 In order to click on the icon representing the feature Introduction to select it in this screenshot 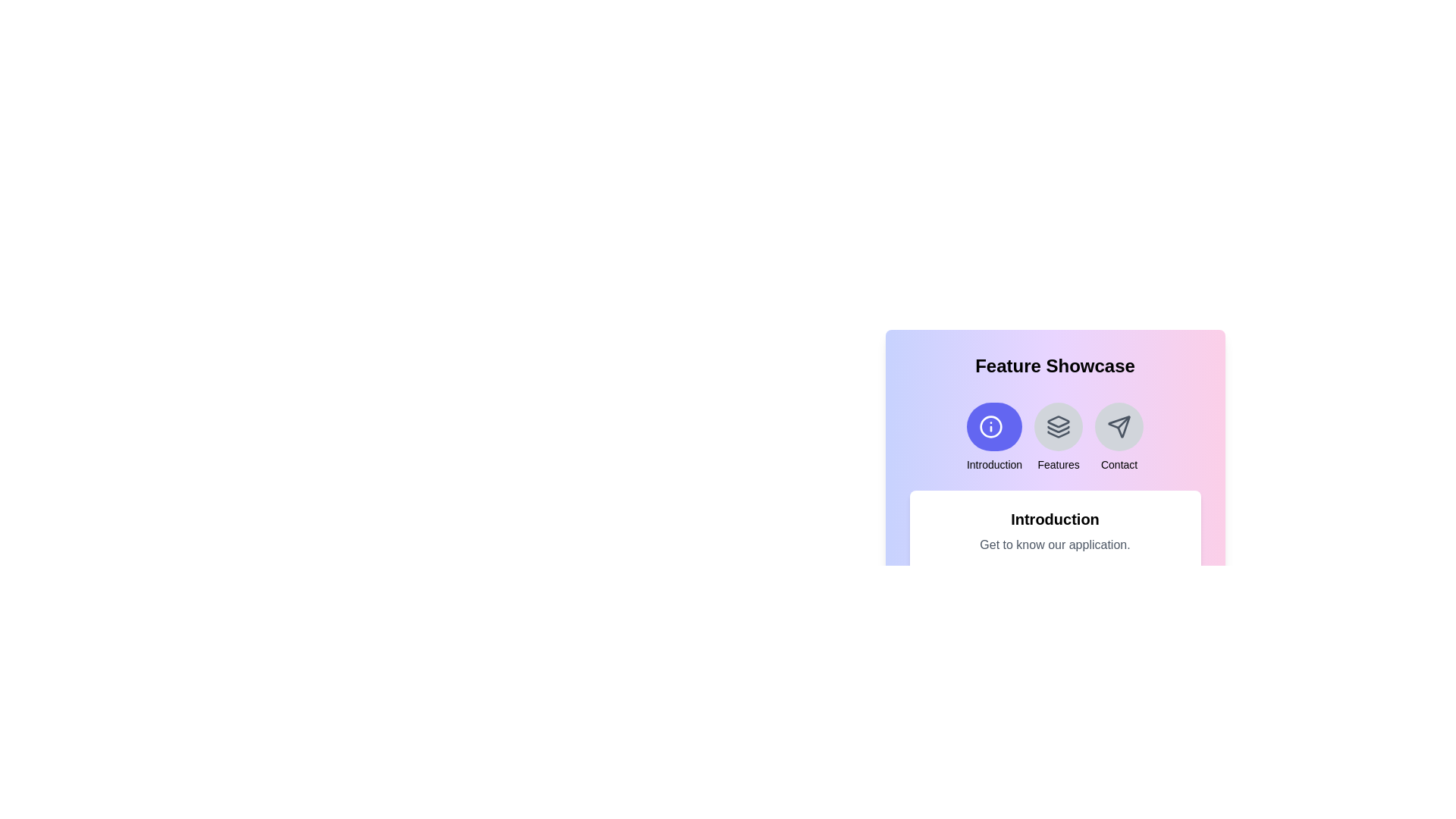, I will do `click(994, 427)`.